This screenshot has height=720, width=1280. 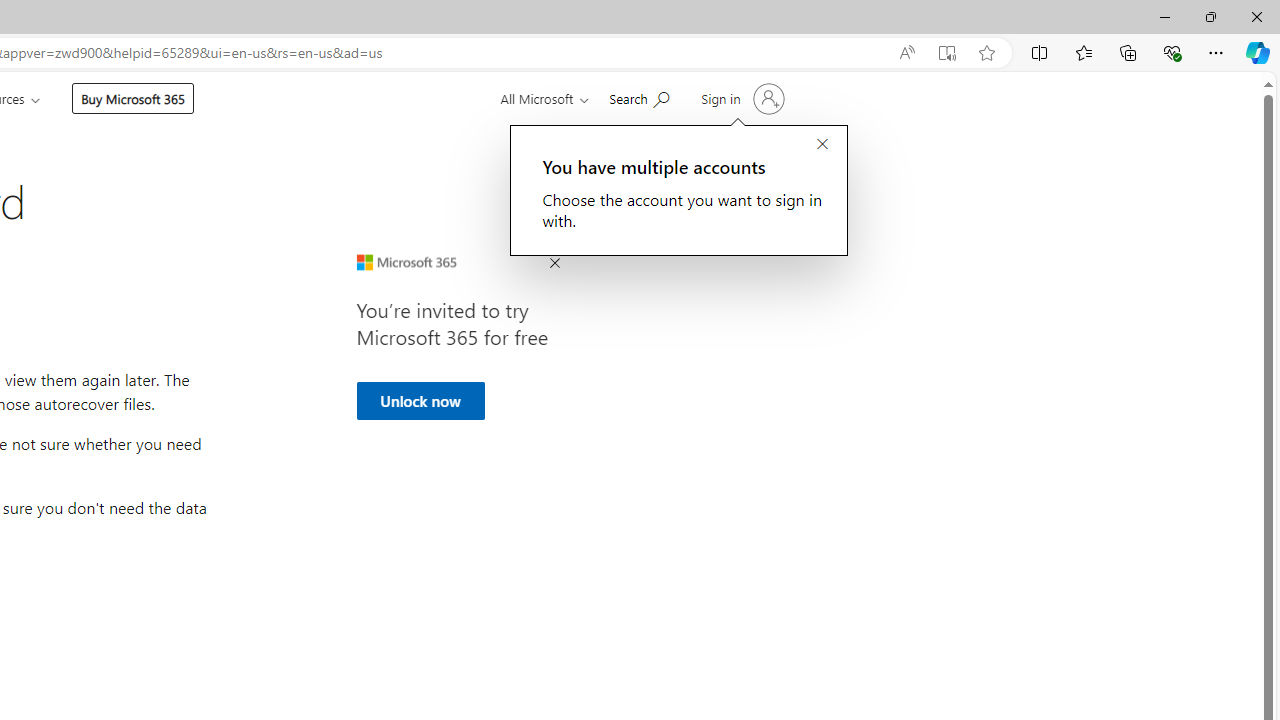 What do you see at coordinates (132, 98) in the screenshot?
I see `'Buy Microsoft 365'` at bounding box center [132, 98].